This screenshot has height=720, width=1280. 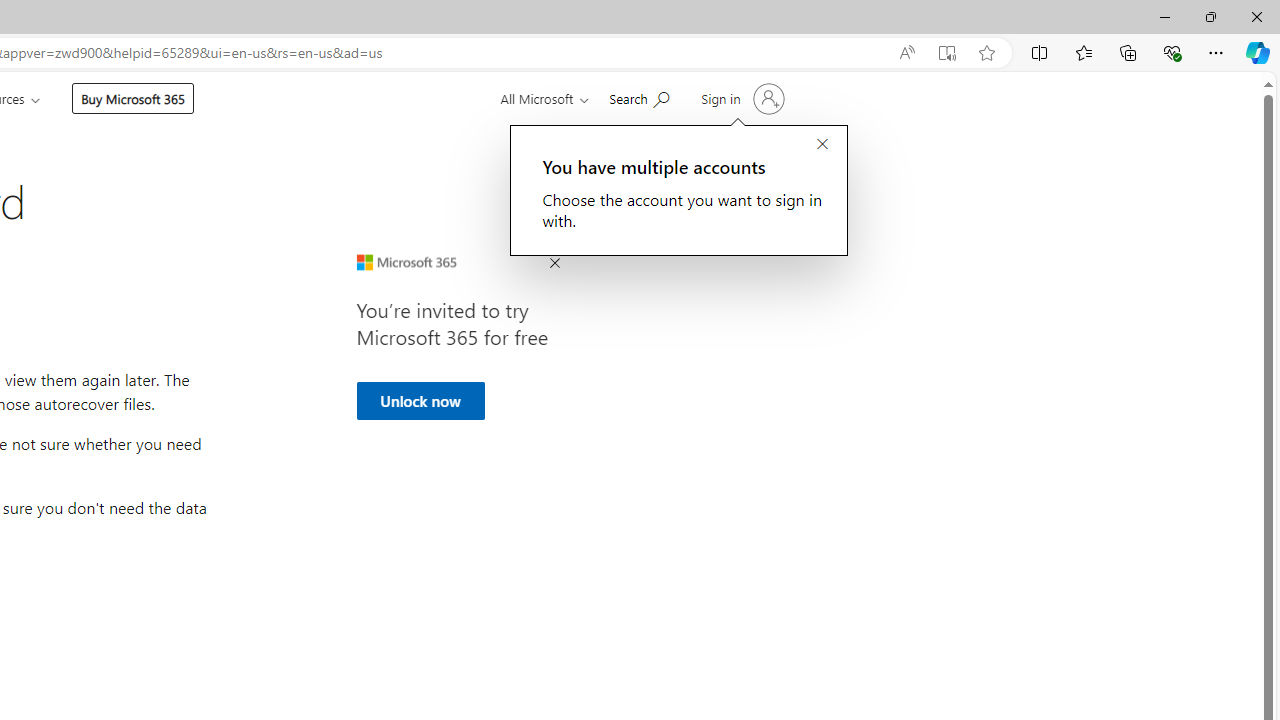 What do you see at coordinates (132, 98) in the screenshot?
I see `'Buy Microsoft 365'` at bounding box center [132, 98].